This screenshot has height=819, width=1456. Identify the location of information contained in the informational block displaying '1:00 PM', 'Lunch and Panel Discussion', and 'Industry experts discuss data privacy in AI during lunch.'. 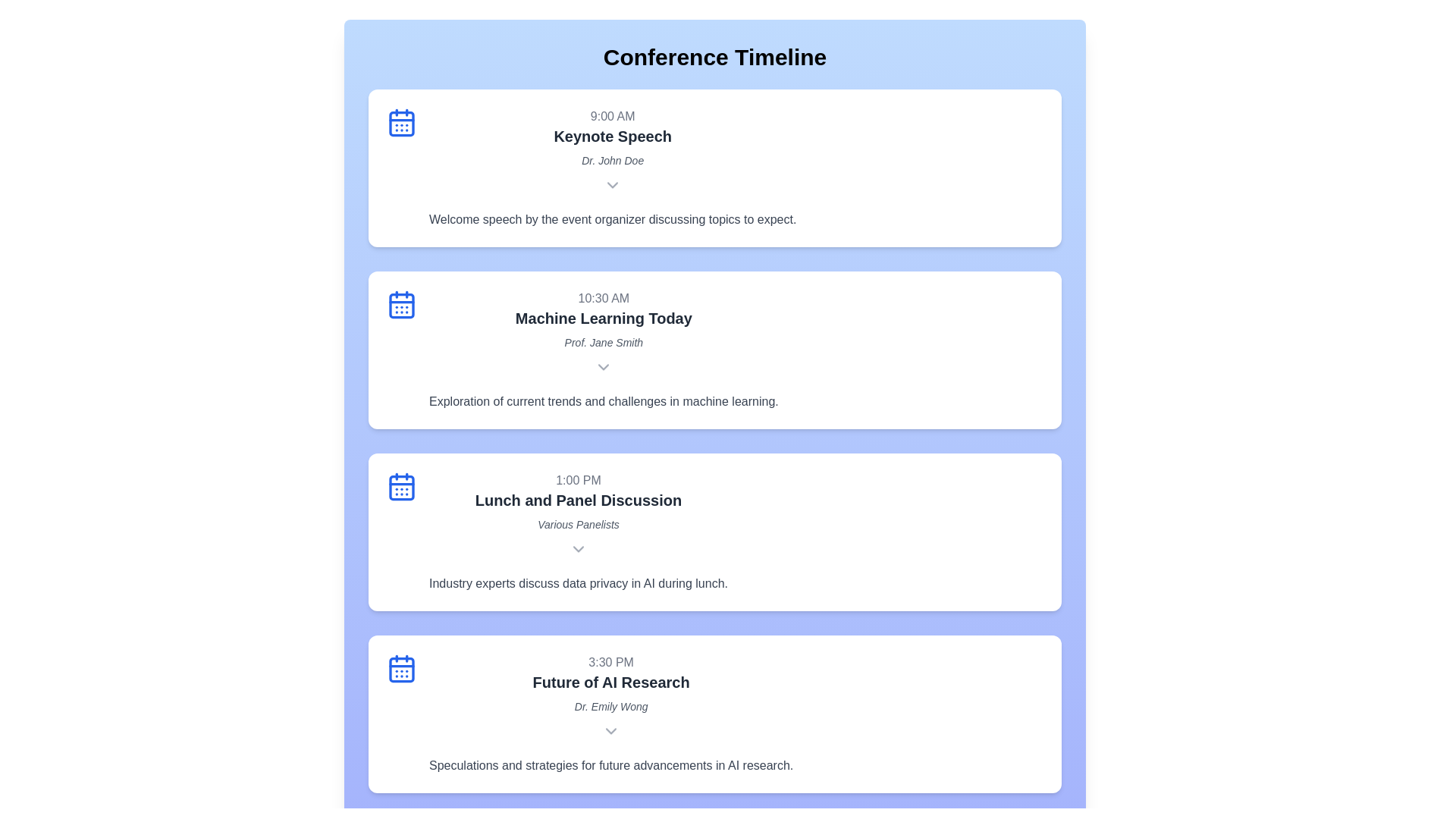
(578, 532).